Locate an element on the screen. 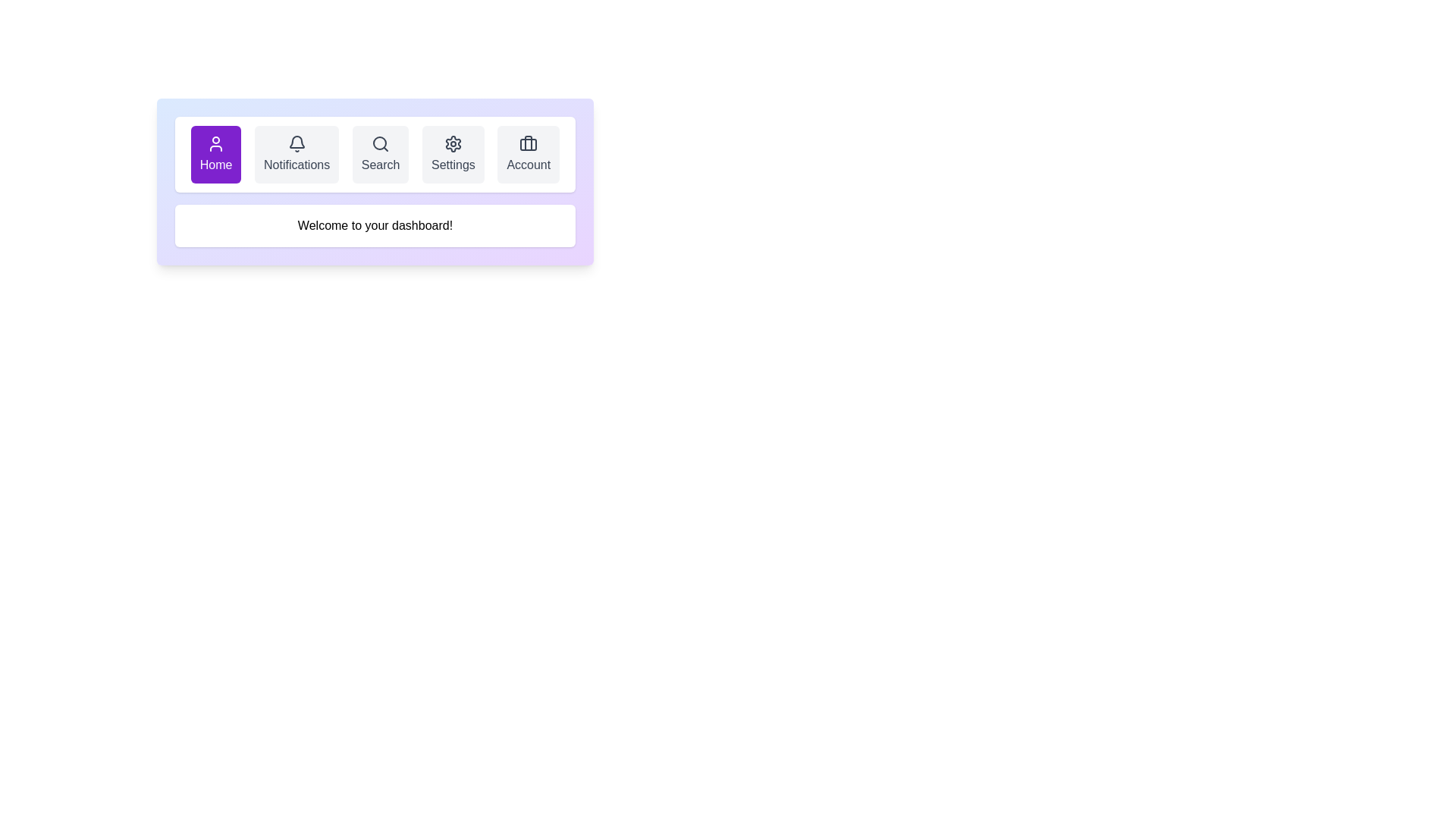 Image resolution: width=1456 pixels, height=819 pixels. the small gear icon representing settings, located centrally within the 'Settings' button is located at coordinates (452, 143).